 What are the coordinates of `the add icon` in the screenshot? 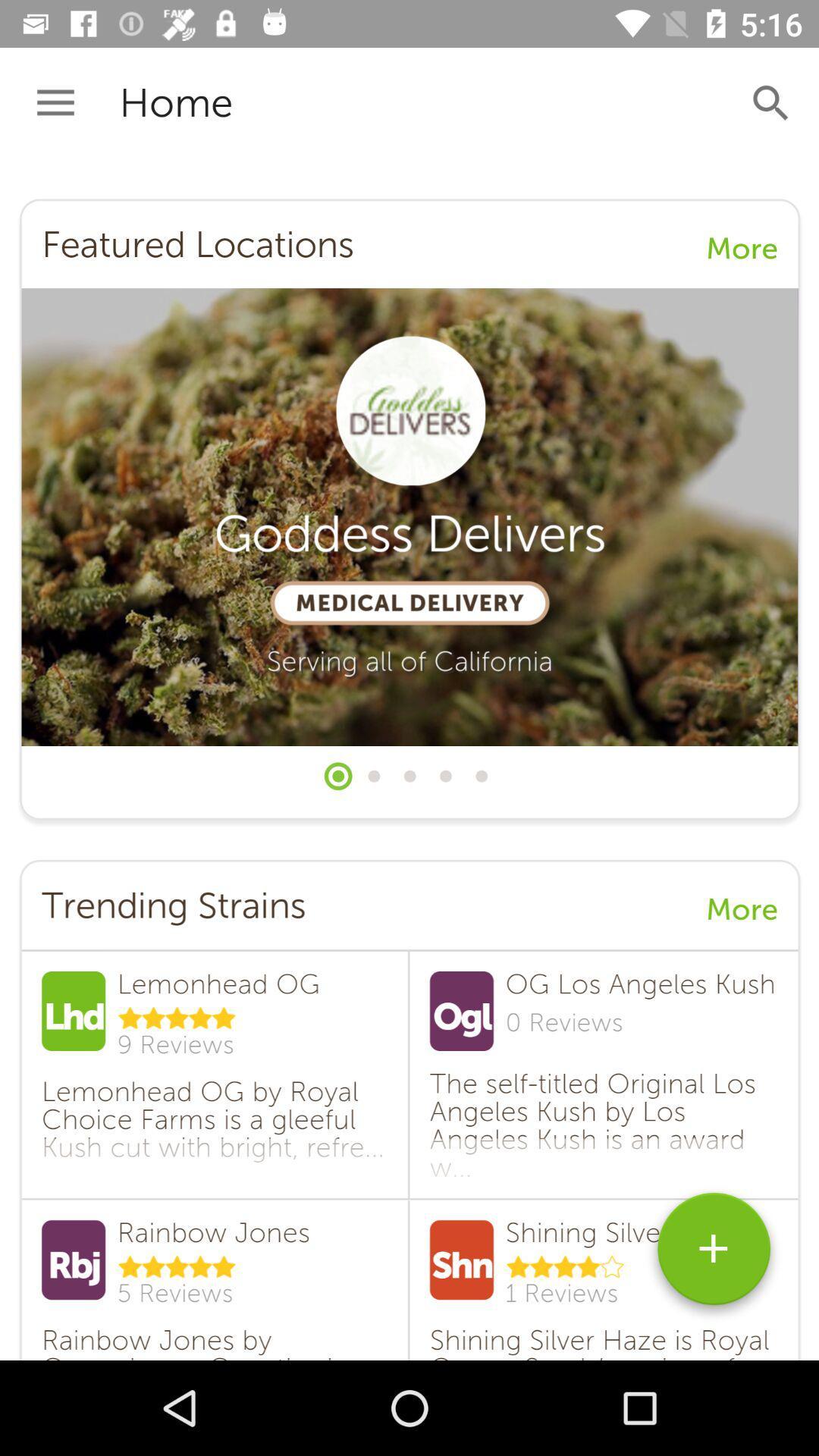 It's located at (714, 1254).